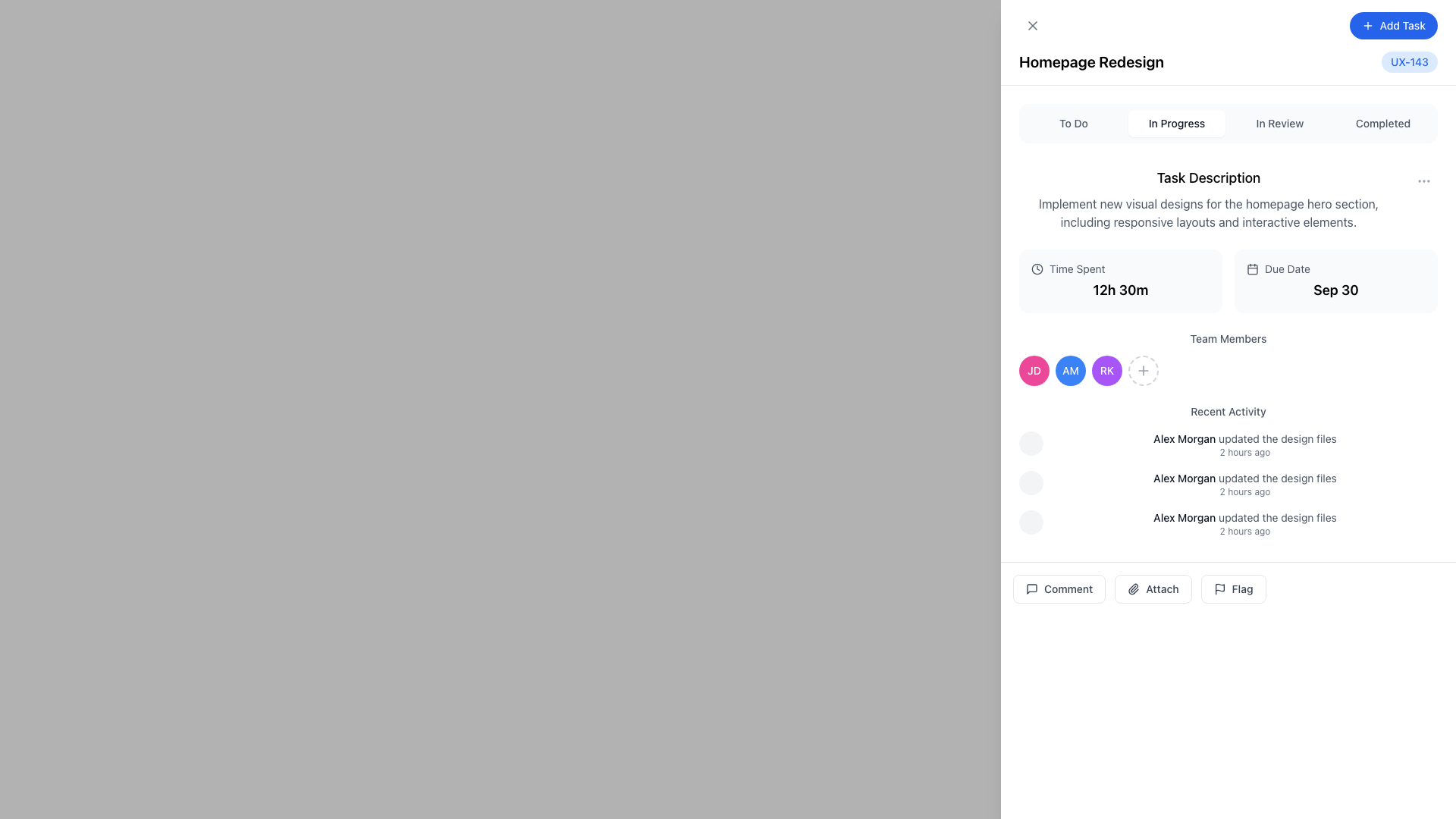  Describe the element at coordinates (1175, 122) in the screenshot. I see `the second button in the horizontal series of four buttons to switch to the 'In Progress' state` at that location.